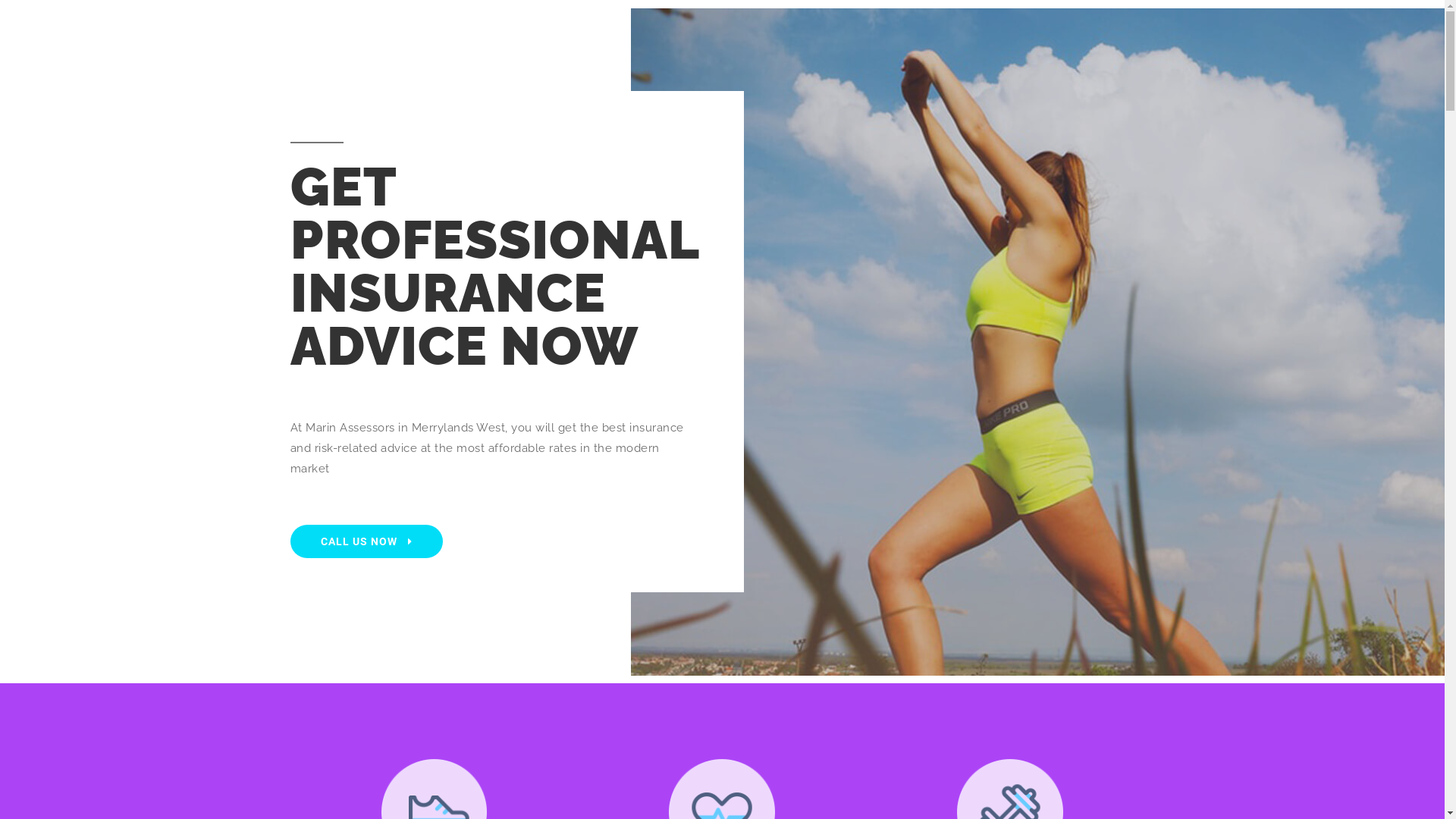 This screenshot has height=819, width=1456. What do you see at coordinates (290, 540) in the screenshot?
I see `'CALL US NOW'` at bounding box center [290, 540].